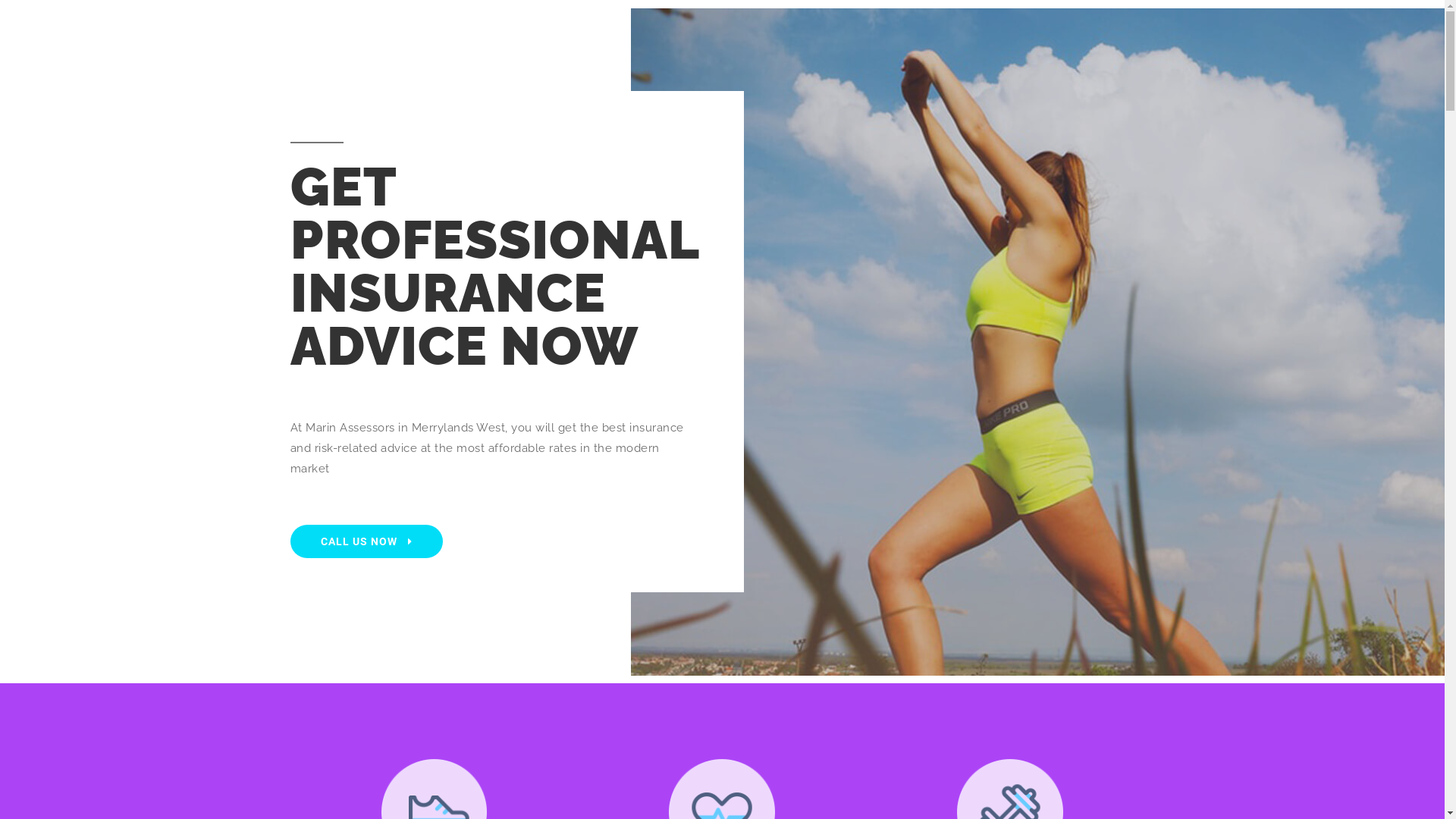 This screenshot has height=819, width=1456. What do you see at coordinates (290, 540) in the screenshot?
I see `'CALL US NOW'` at bounding box center [290, 540].